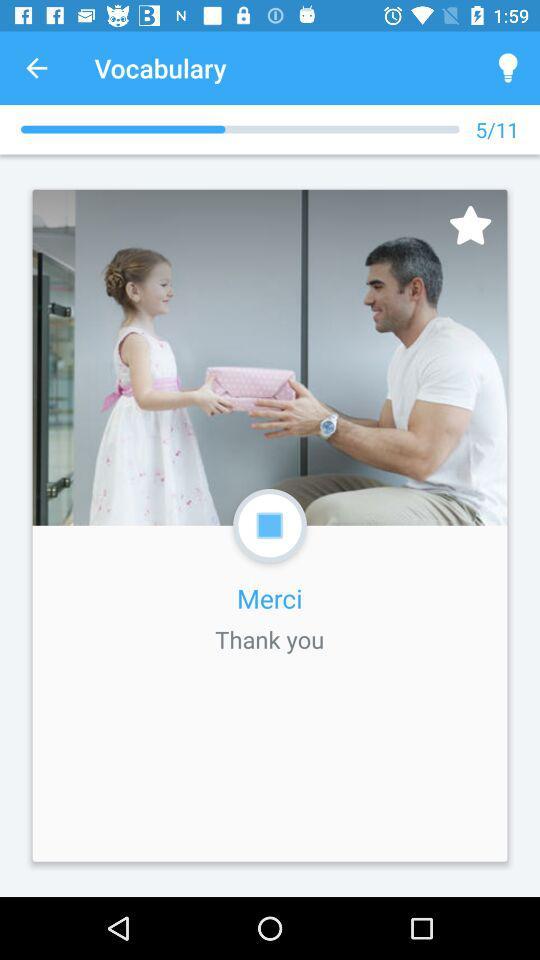 The image size is (540, 960). I want to click on the icon to the right of the vocabulary, so click(508, 68).